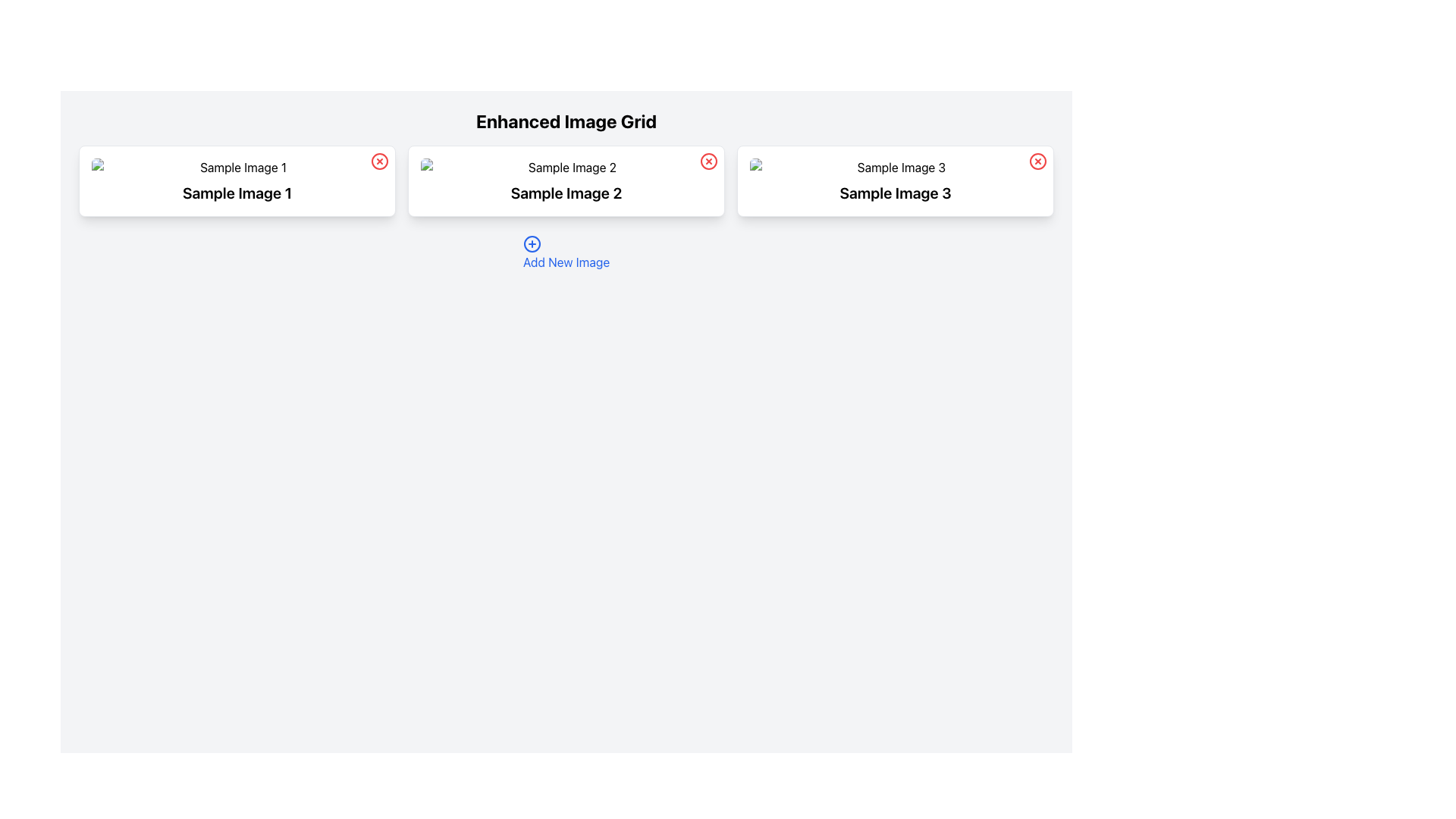  Describe the element at coordinates (895, 180) in the screenshot. I see `the white rectangular card with rounded corners that contains the text 'Sample Image 3' and a red circular close icon in the top right corner` at that location.